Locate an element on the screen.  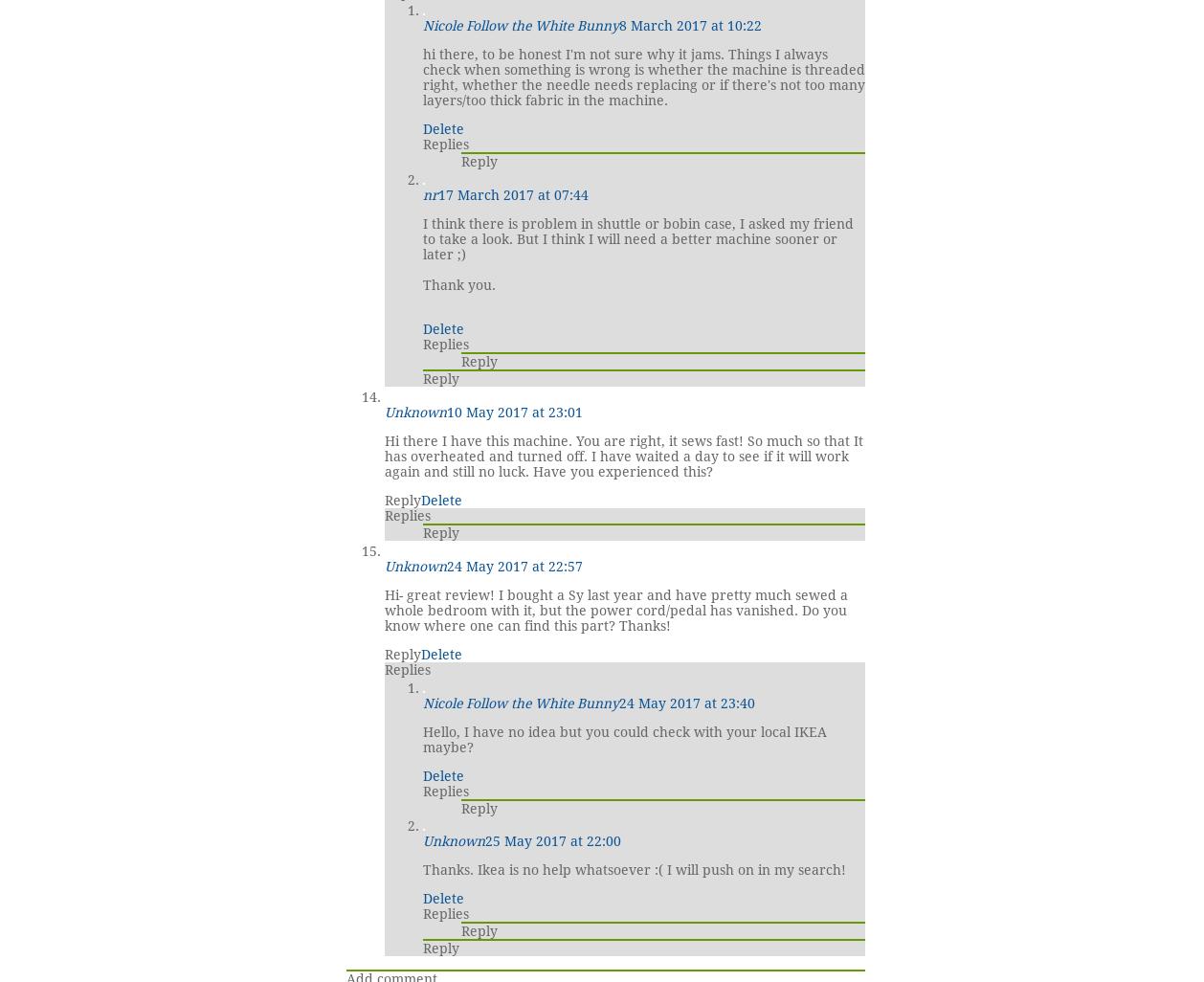
'25 May 2017 at 22:00' is located at coordinates (483, 839).